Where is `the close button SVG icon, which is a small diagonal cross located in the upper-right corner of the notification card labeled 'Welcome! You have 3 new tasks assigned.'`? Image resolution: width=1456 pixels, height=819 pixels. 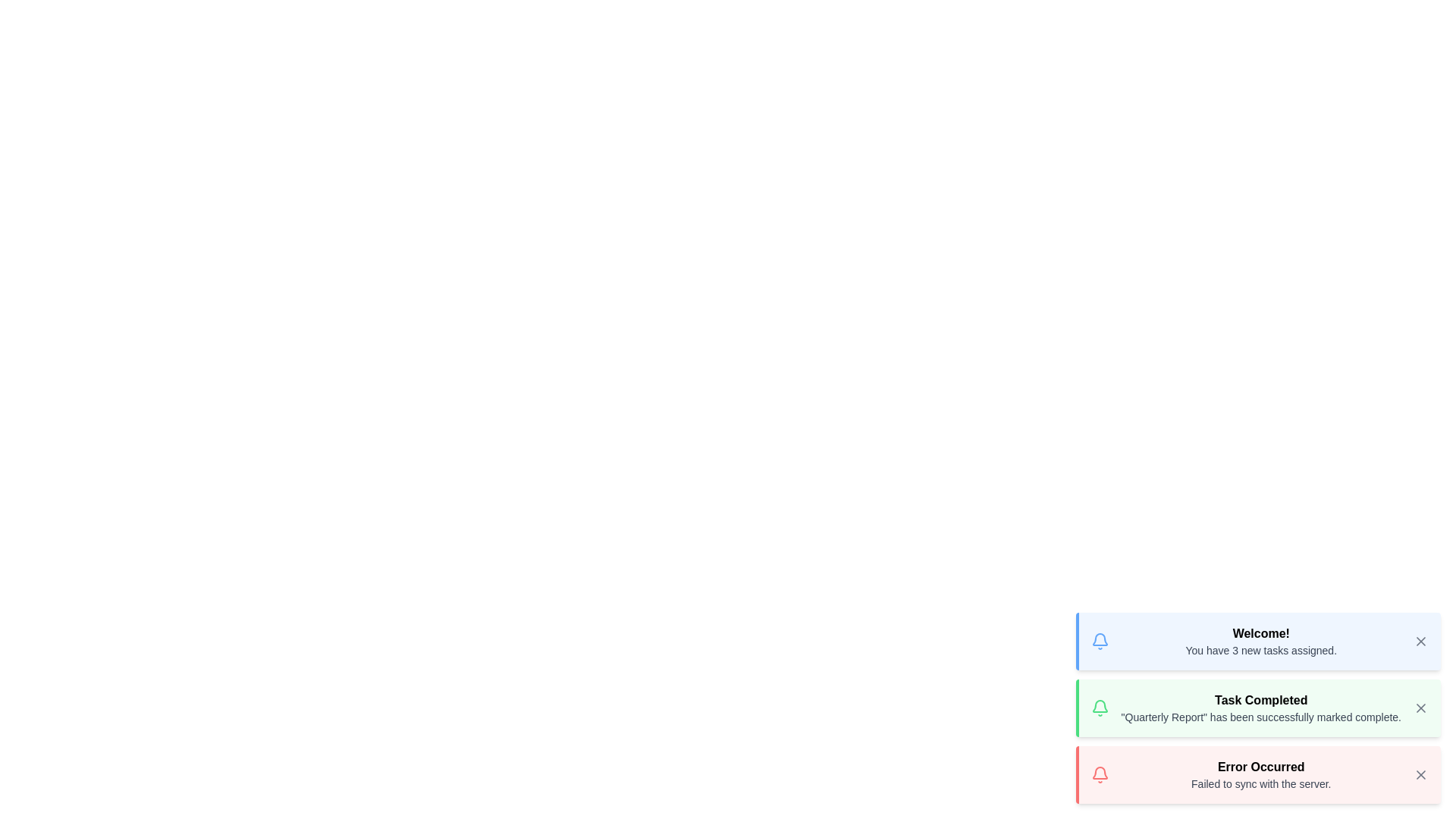
the close button SVG icon, which is a small diagonal cross located in the upper-right corner of the notification card labeled 'Welcome! You have 3 new tasks assigned.' is located at coordinates (1420, 641).